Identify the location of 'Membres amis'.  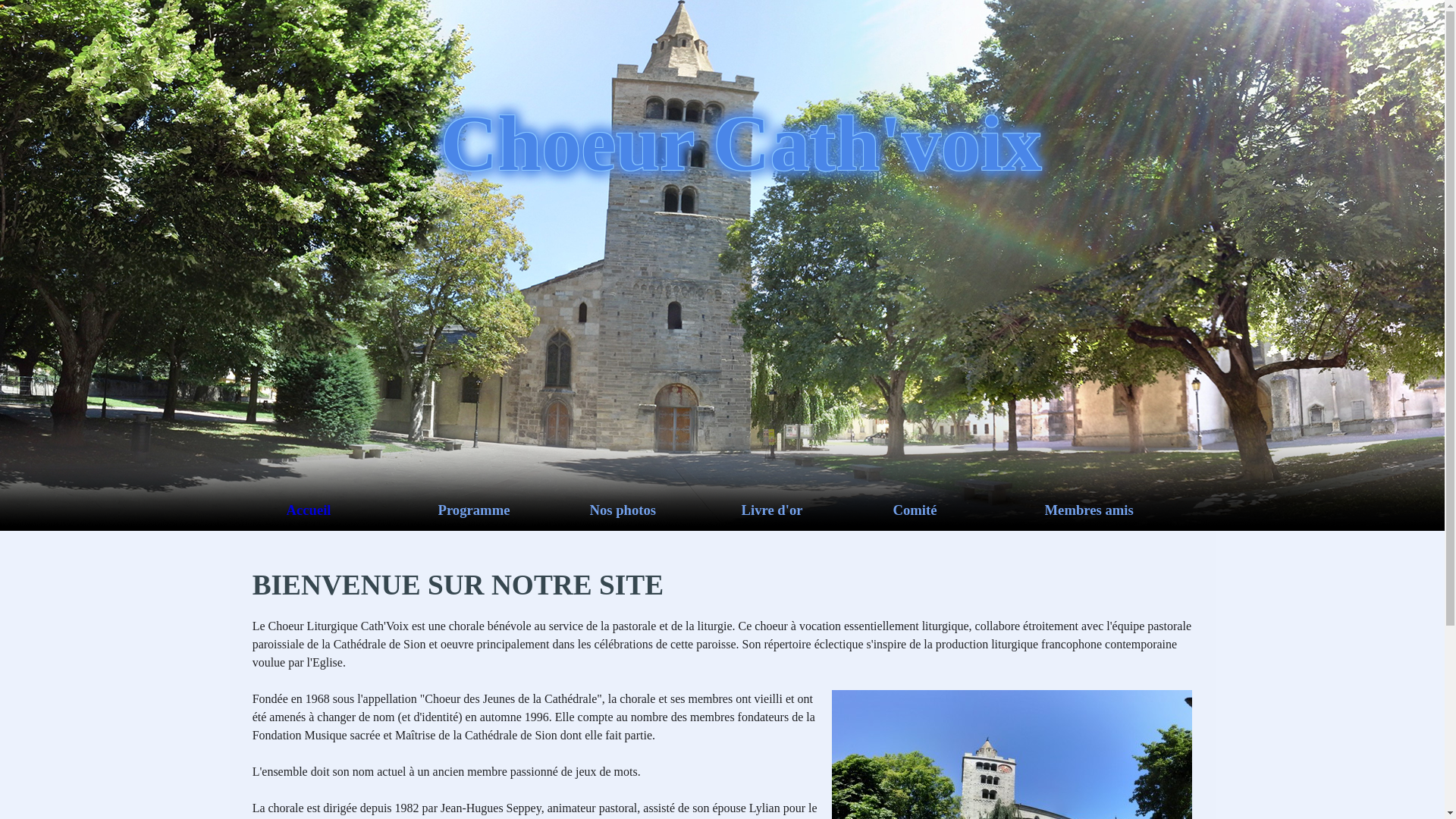
(1121, 510).